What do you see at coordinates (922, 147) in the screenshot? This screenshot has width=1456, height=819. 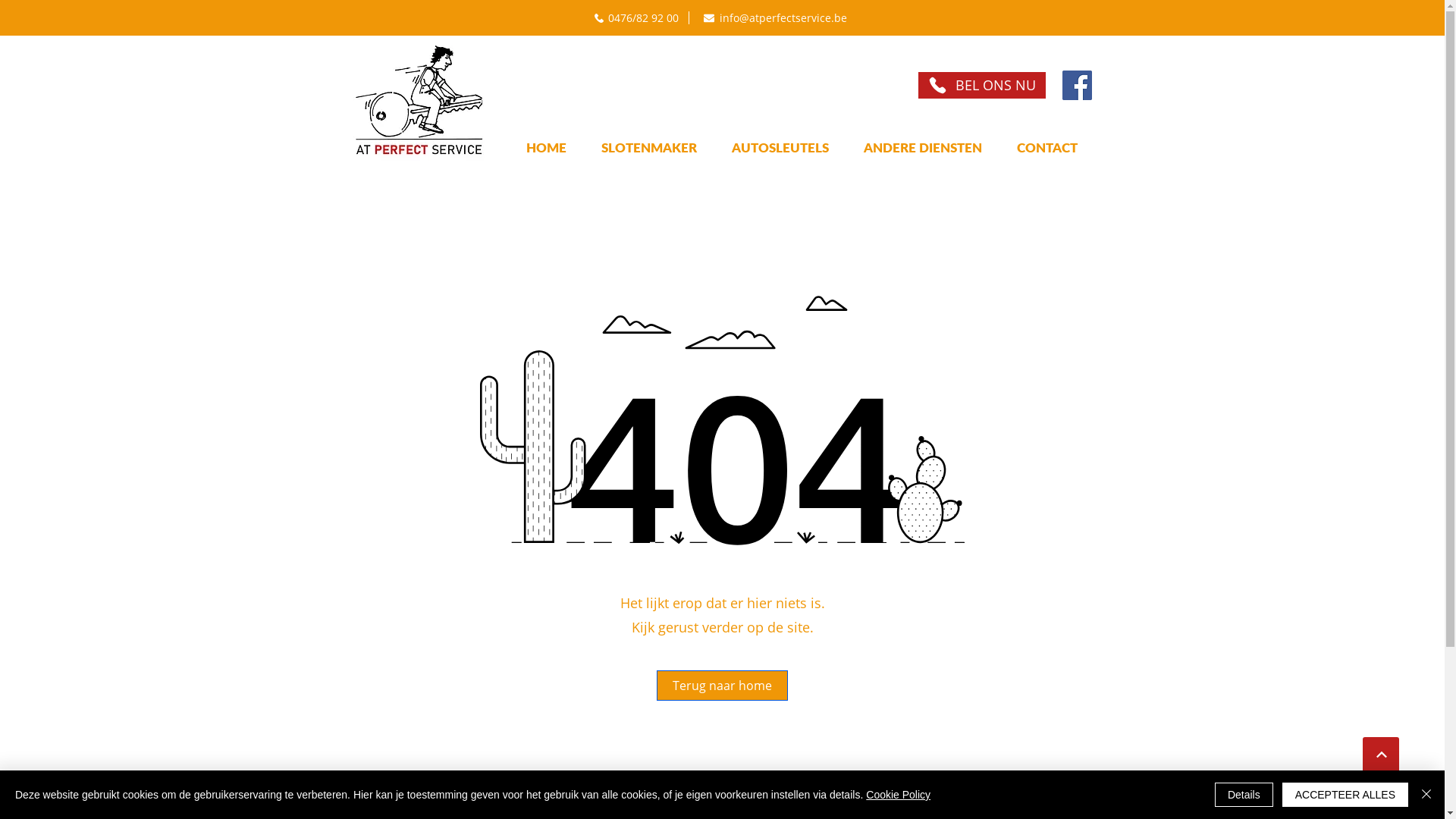 I see `'ANDERE DIENSTEN'` at bounding box center [922, 147].